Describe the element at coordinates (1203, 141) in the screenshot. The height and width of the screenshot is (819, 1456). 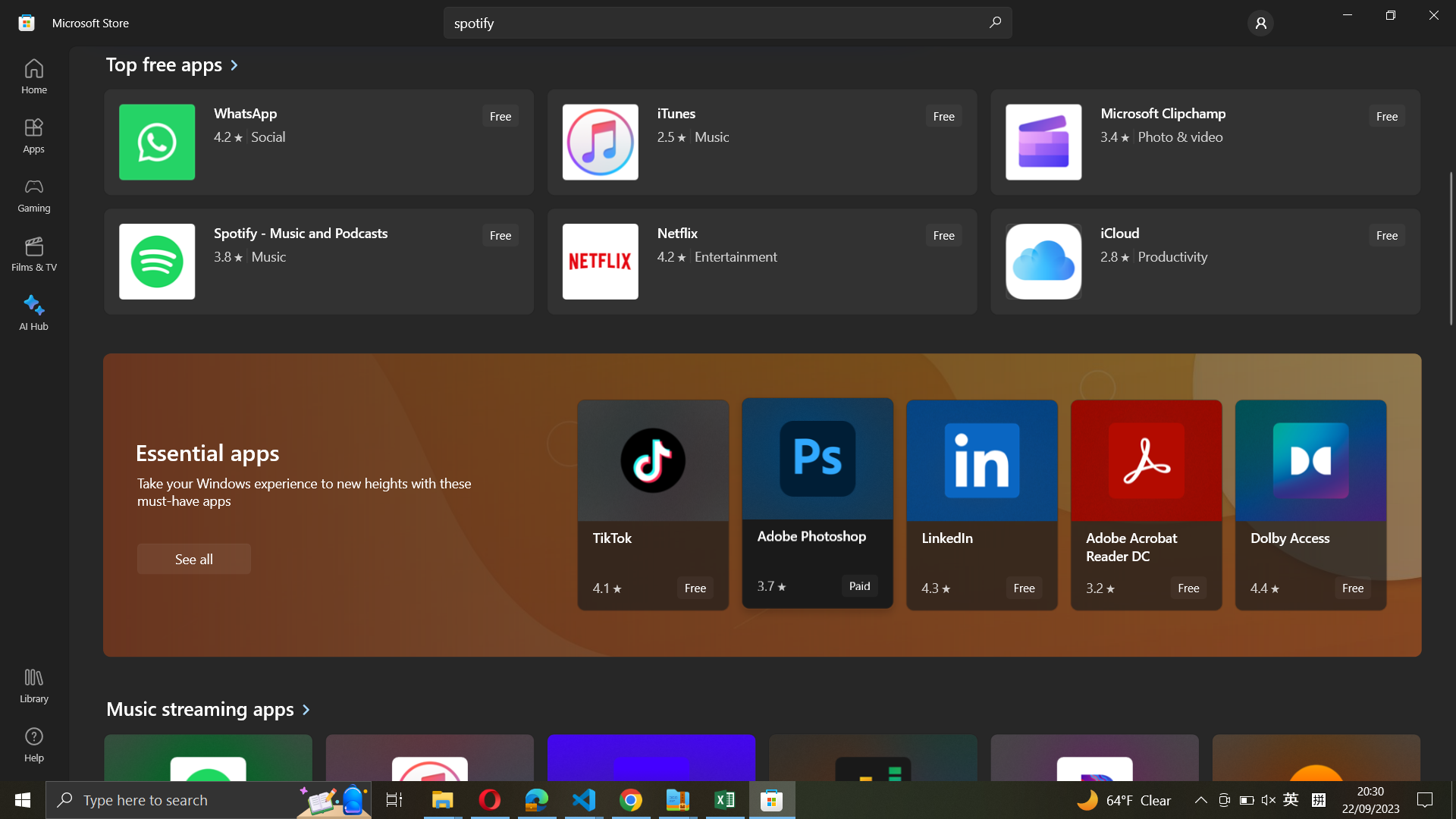
I see `the Microsoft Clipchamp application` at that location.